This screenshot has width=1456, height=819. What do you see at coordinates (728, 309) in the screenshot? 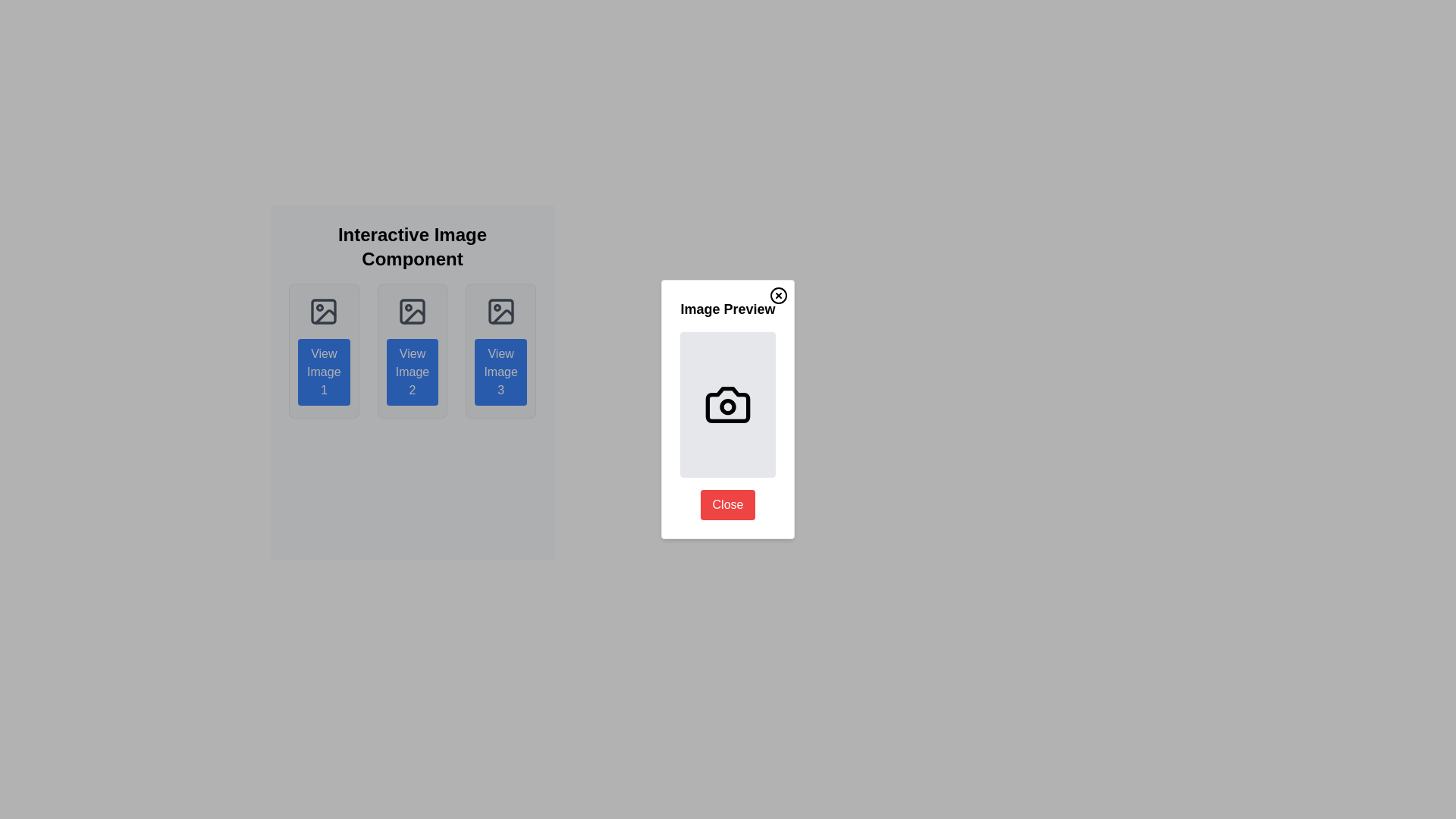
I see `text heading located below the 'Close' icon, which serves as a title for the image preview` at bounding box center [728, 309].